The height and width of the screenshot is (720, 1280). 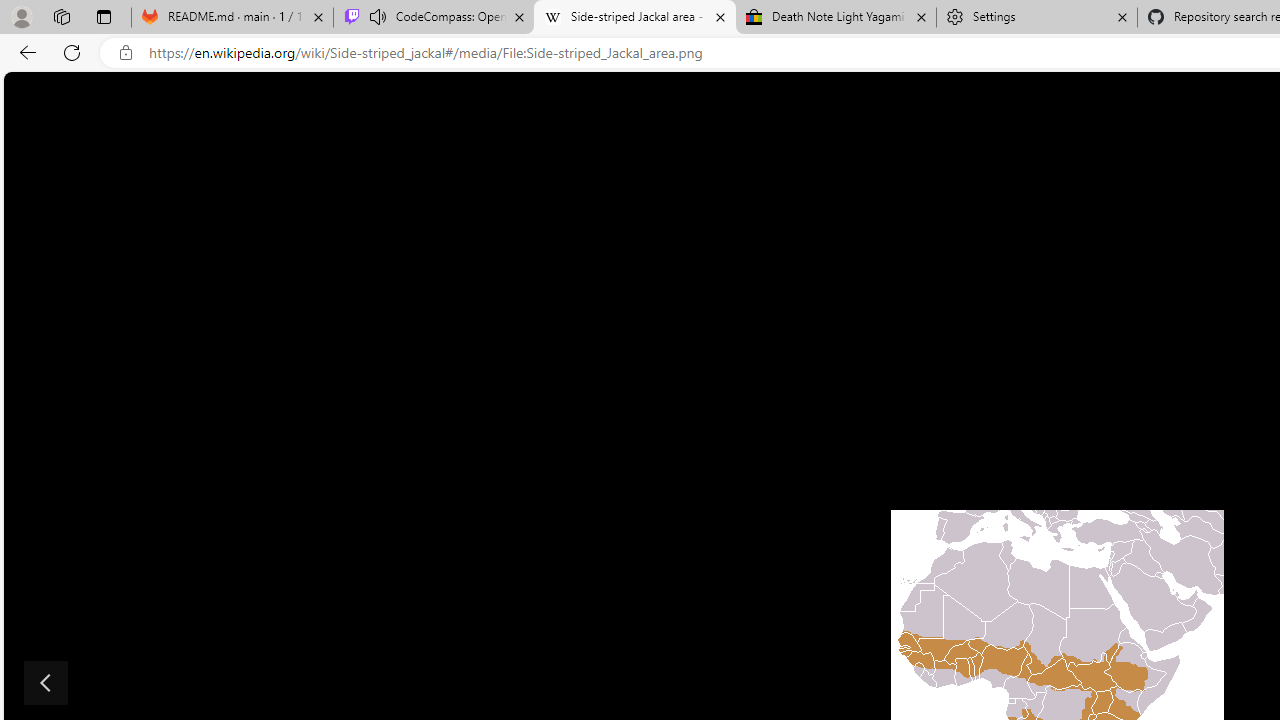 I want to click on 'Show previous image', so click(x=46, y=681).